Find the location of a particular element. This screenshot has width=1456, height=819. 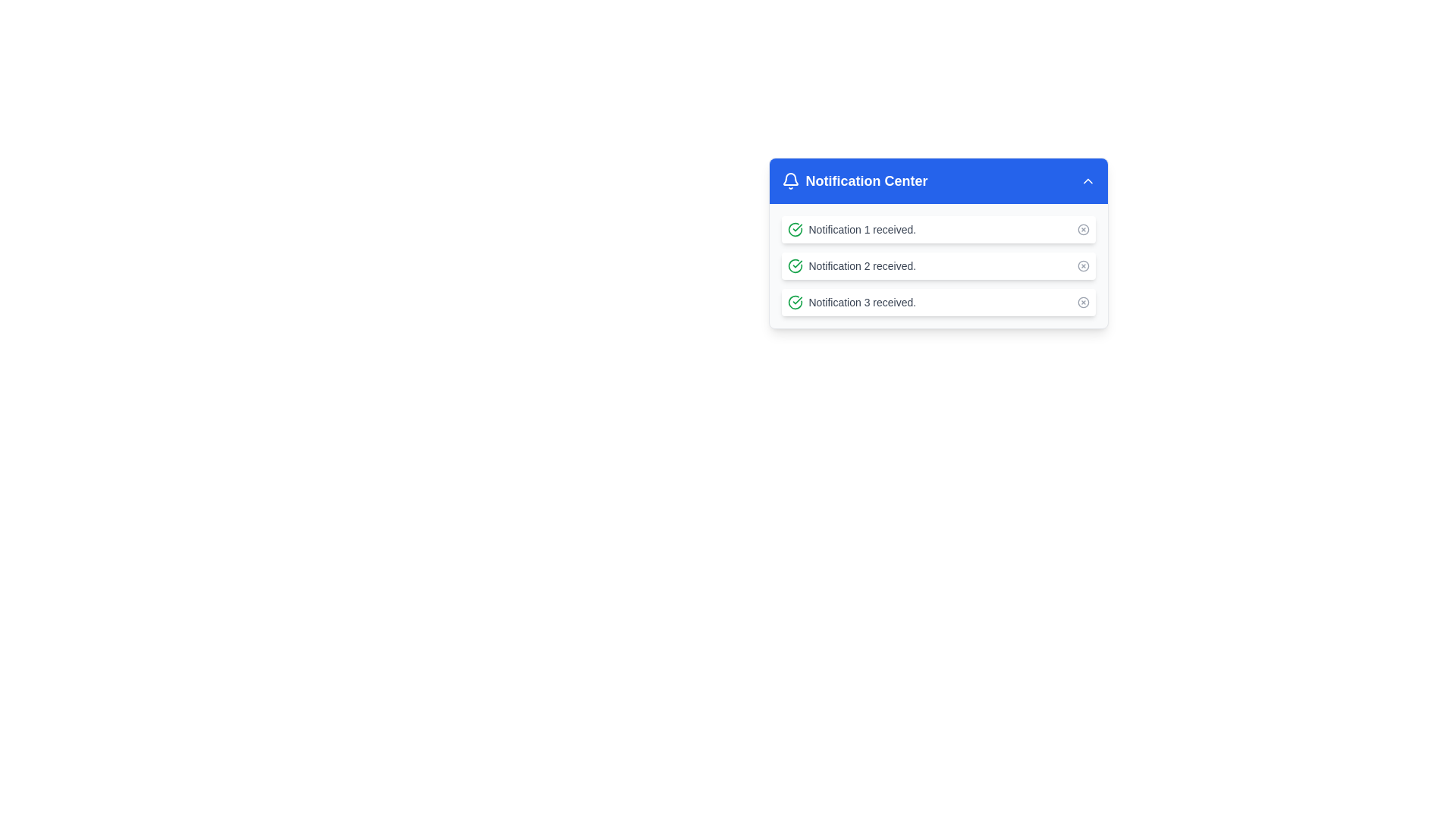

the dismiss button located at the far right of the 'Notification 2 received.' item in the notification panel is located at coordinates (1082, 265).